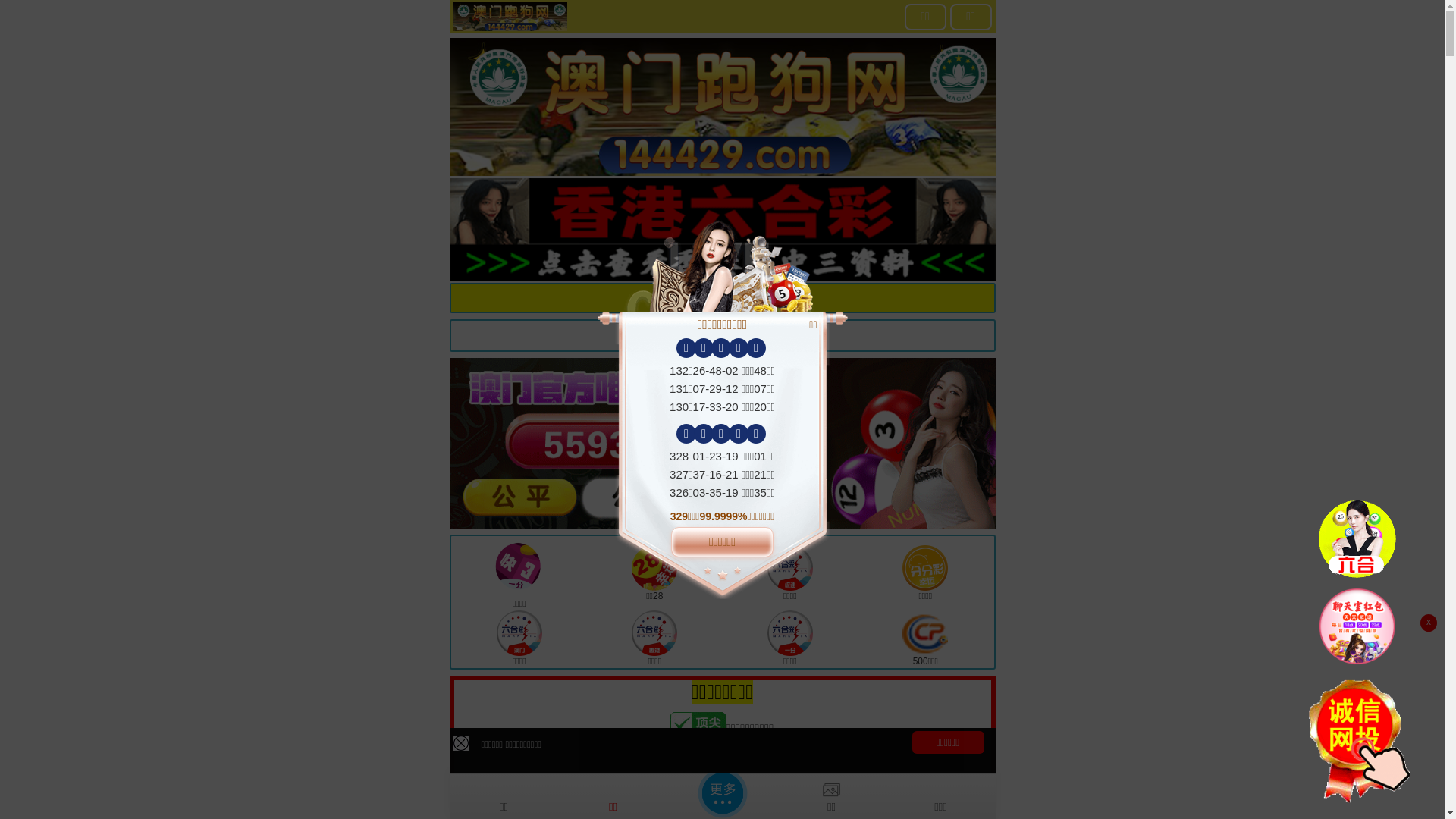 The height and width of the screenshot is (819, 1456). Describe the element at coordinates (1427, 623) in the screenshot. I see `'x'` at that location.